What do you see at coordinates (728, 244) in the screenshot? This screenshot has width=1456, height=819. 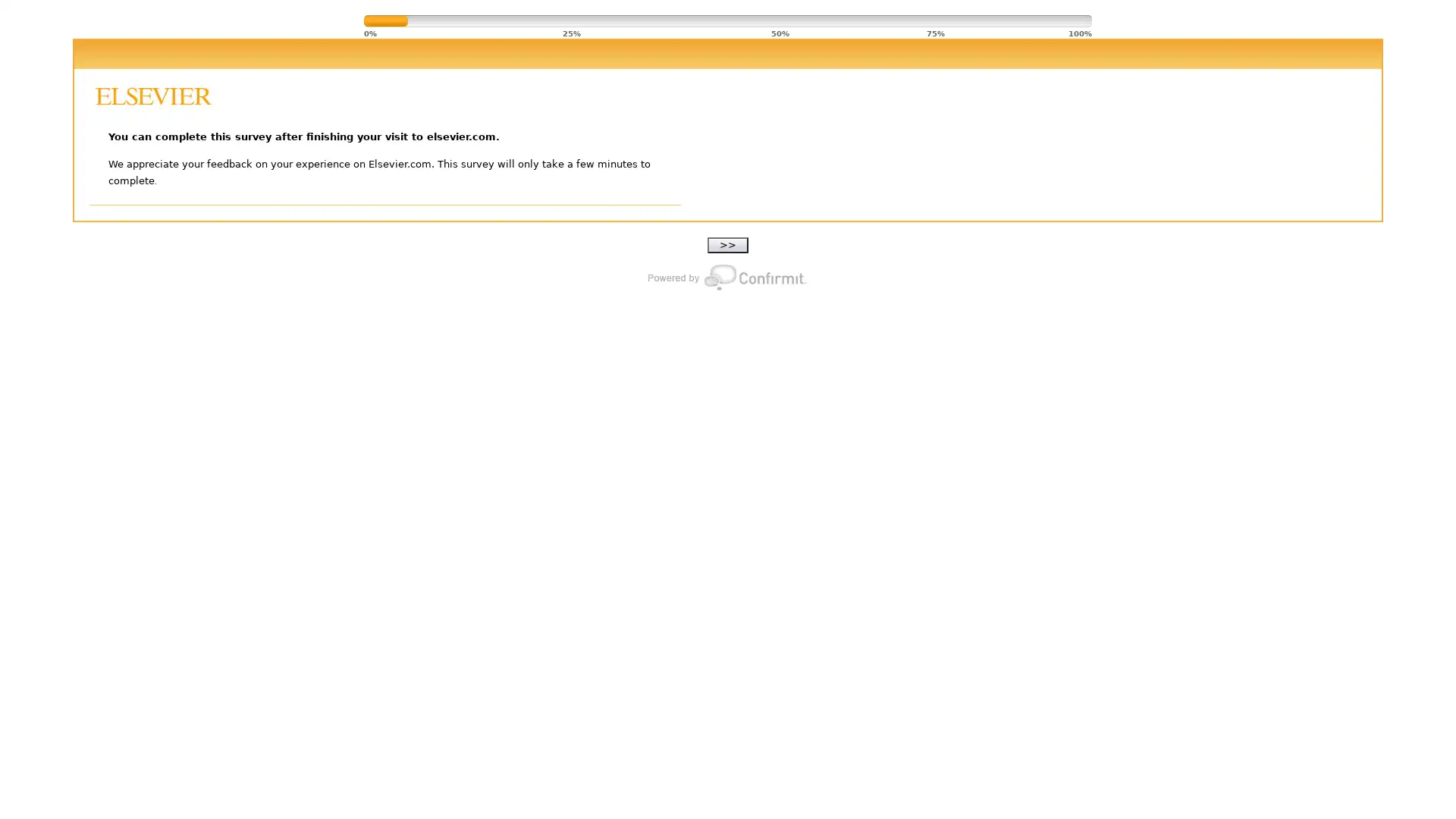 I see `>>` at bounding box center [728, 244].